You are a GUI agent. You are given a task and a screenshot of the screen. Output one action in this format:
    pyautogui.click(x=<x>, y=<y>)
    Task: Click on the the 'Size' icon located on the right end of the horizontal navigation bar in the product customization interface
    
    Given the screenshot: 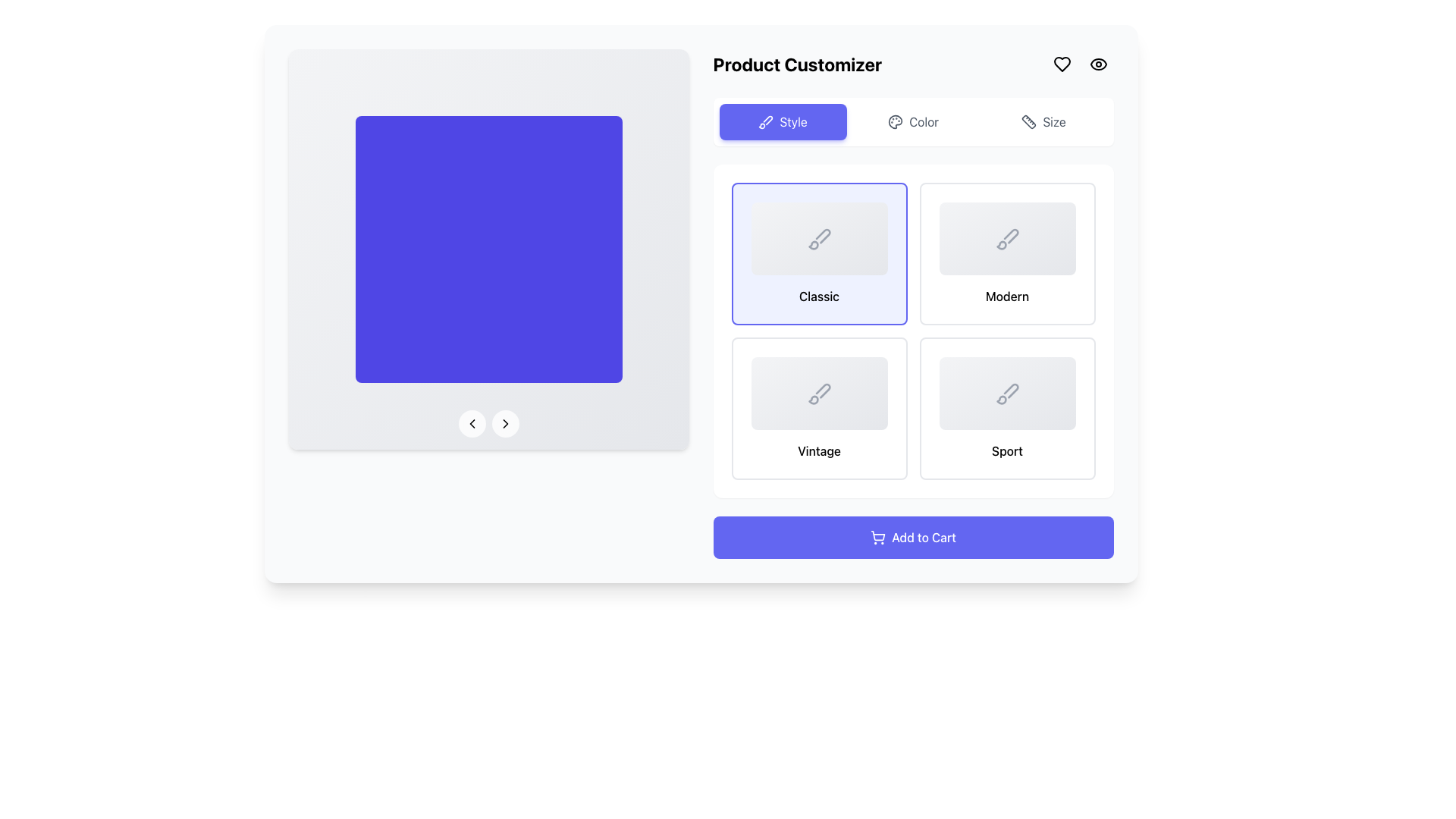 What is the action you would take?
    pyautogui.click(x=1029, y=121)
    